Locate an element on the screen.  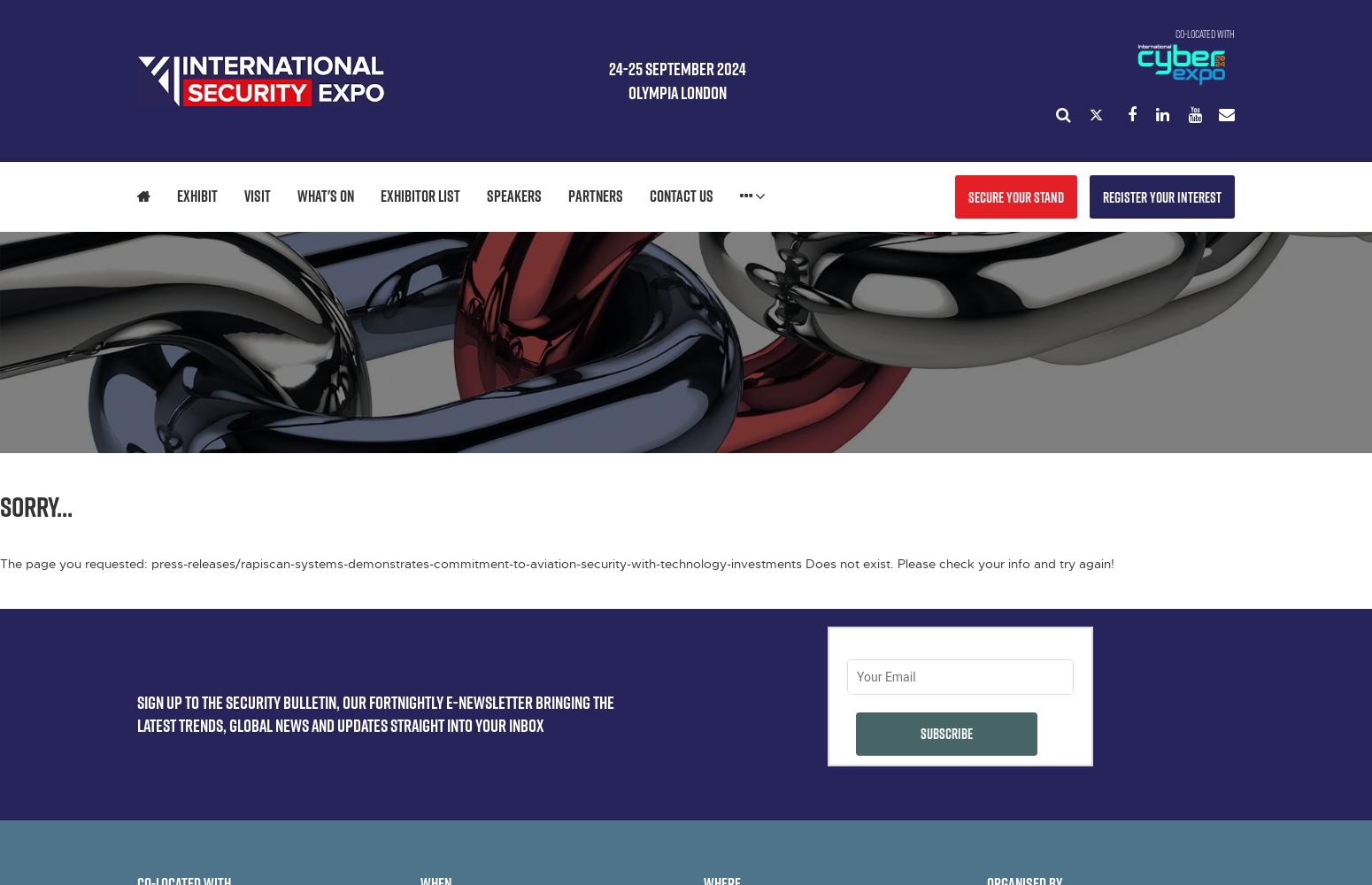
'Sorry...' is located at coordinates (35, 505).